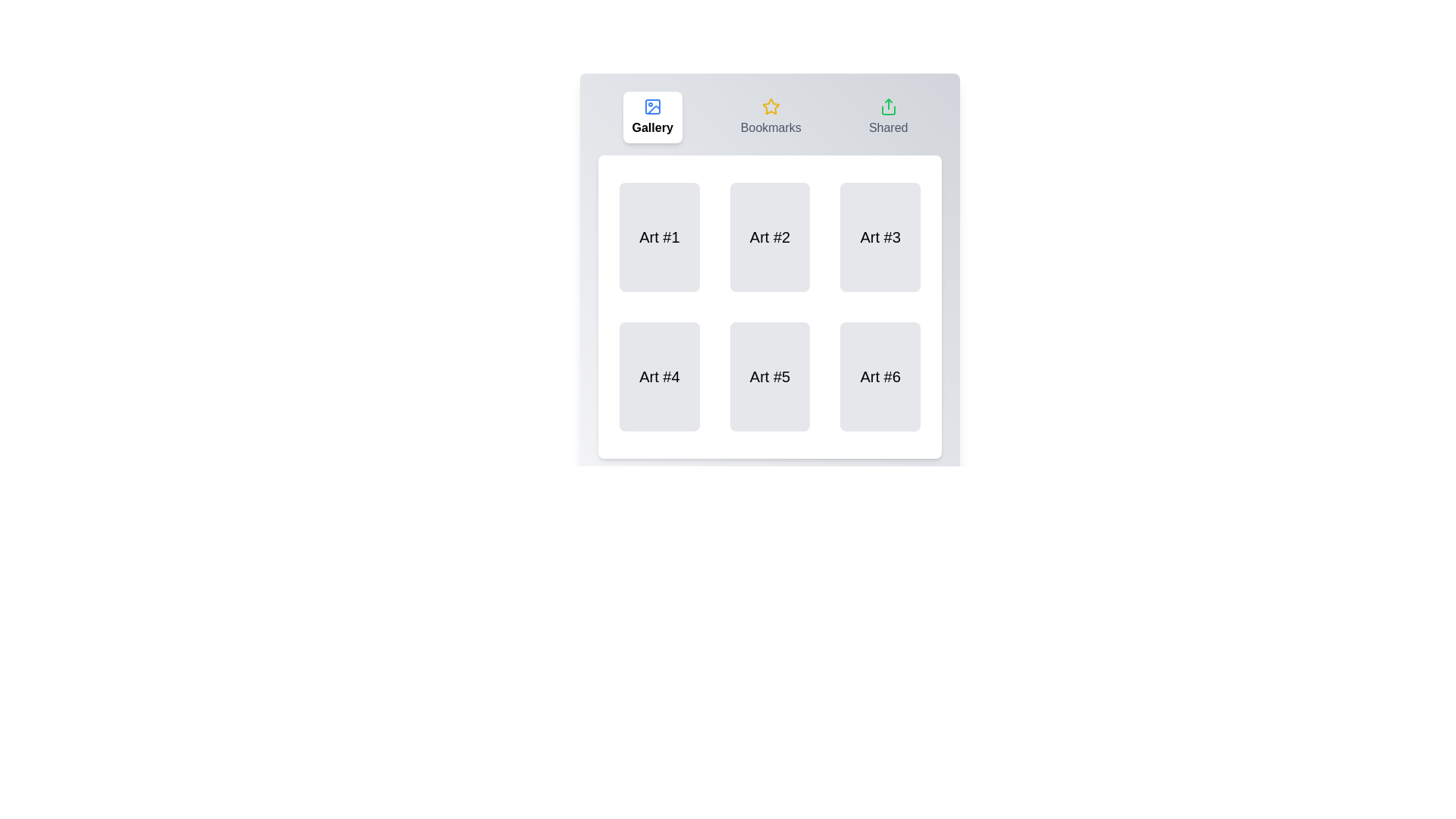 The image size is (1456, 819). I want to click on the Bookmarks tab label to interact, so click(770, 116).